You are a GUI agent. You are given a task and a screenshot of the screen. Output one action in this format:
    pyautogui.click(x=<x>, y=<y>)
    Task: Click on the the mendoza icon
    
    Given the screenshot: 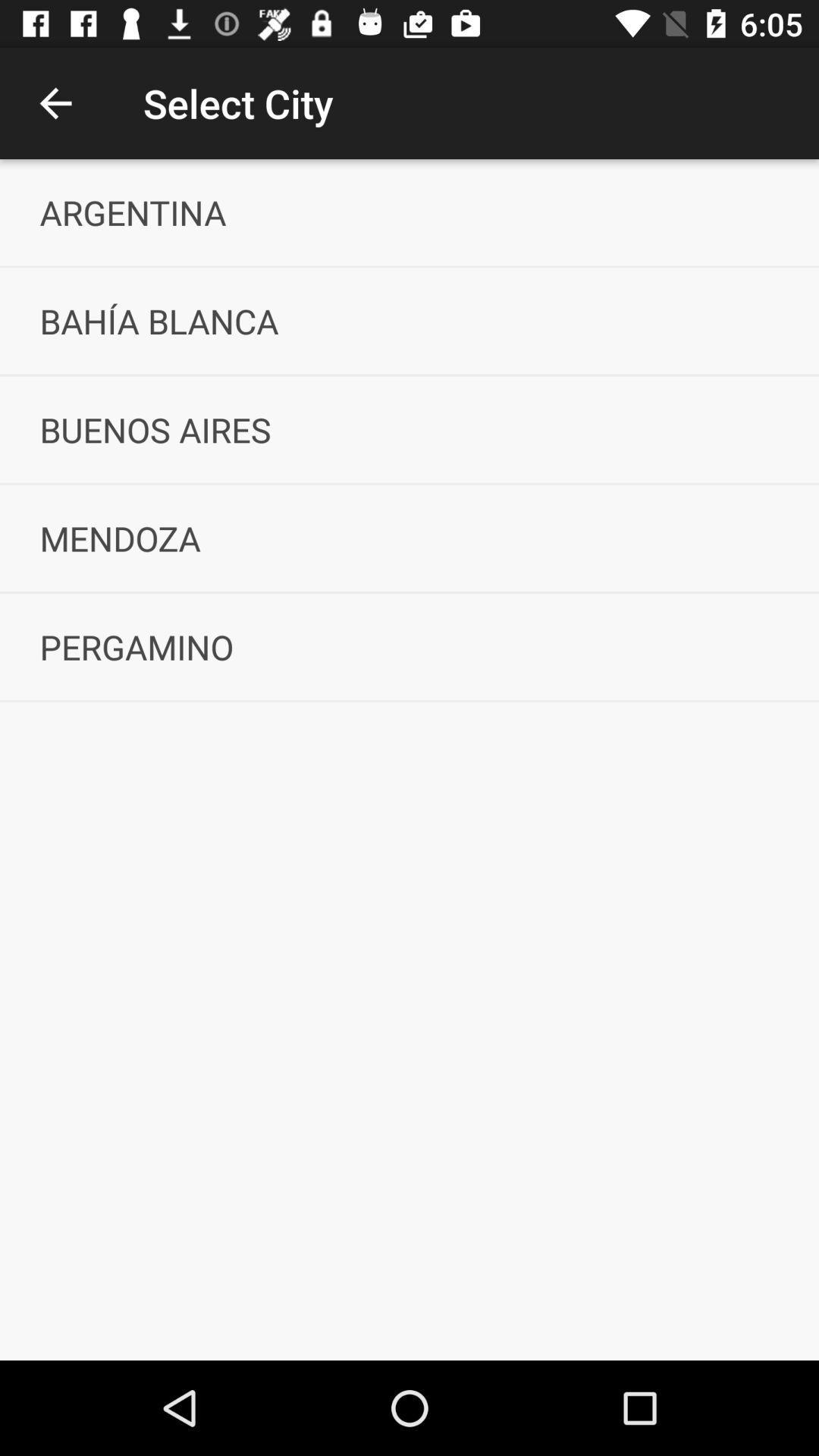 What is the action you would take?
    pyautogui.click(x=409, y=538)
    